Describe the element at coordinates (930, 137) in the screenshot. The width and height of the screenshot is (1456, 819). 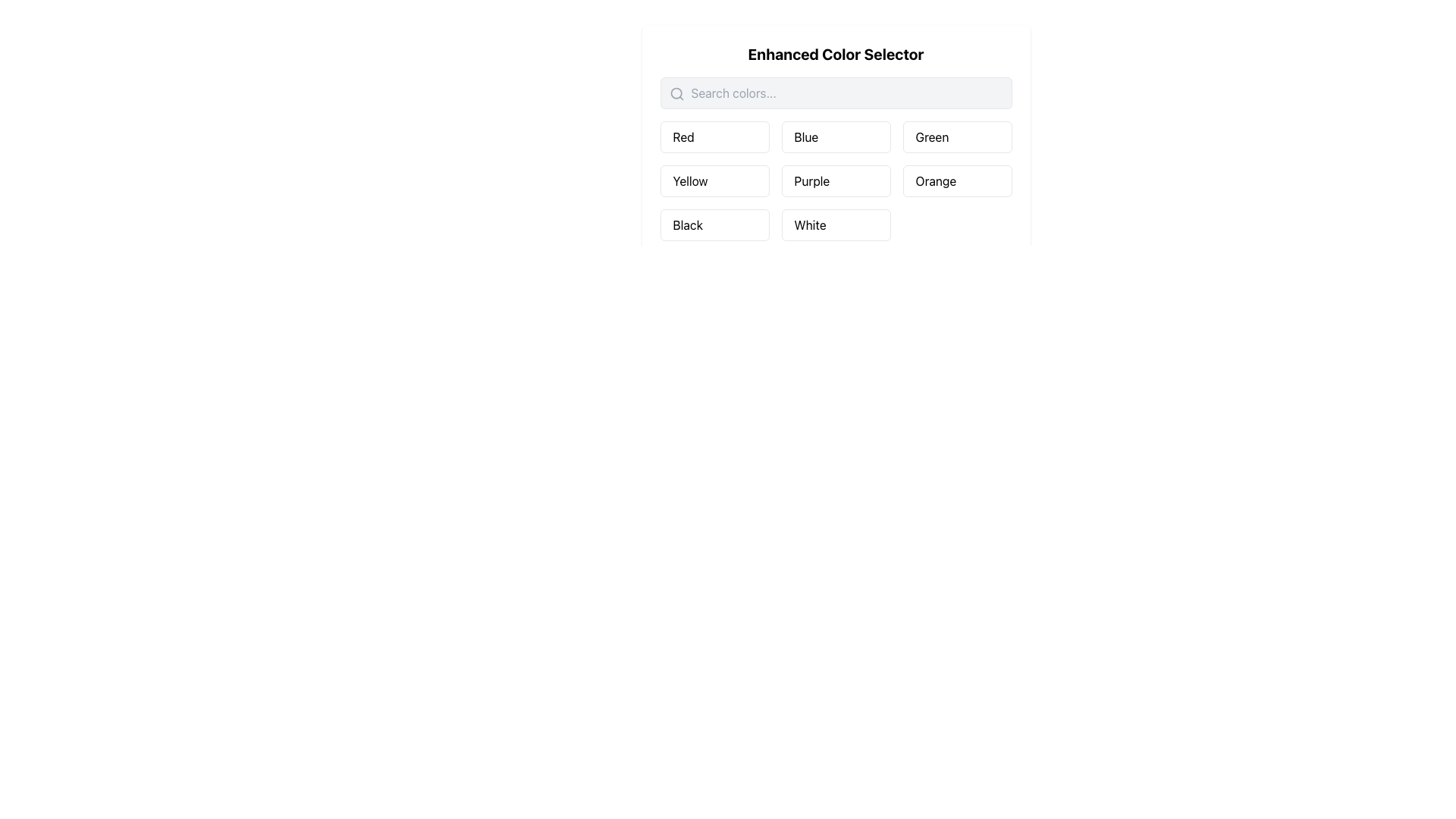
I see `the selectable label for the 'Green' option in the Enhanced Color Selector dialog` at that location.